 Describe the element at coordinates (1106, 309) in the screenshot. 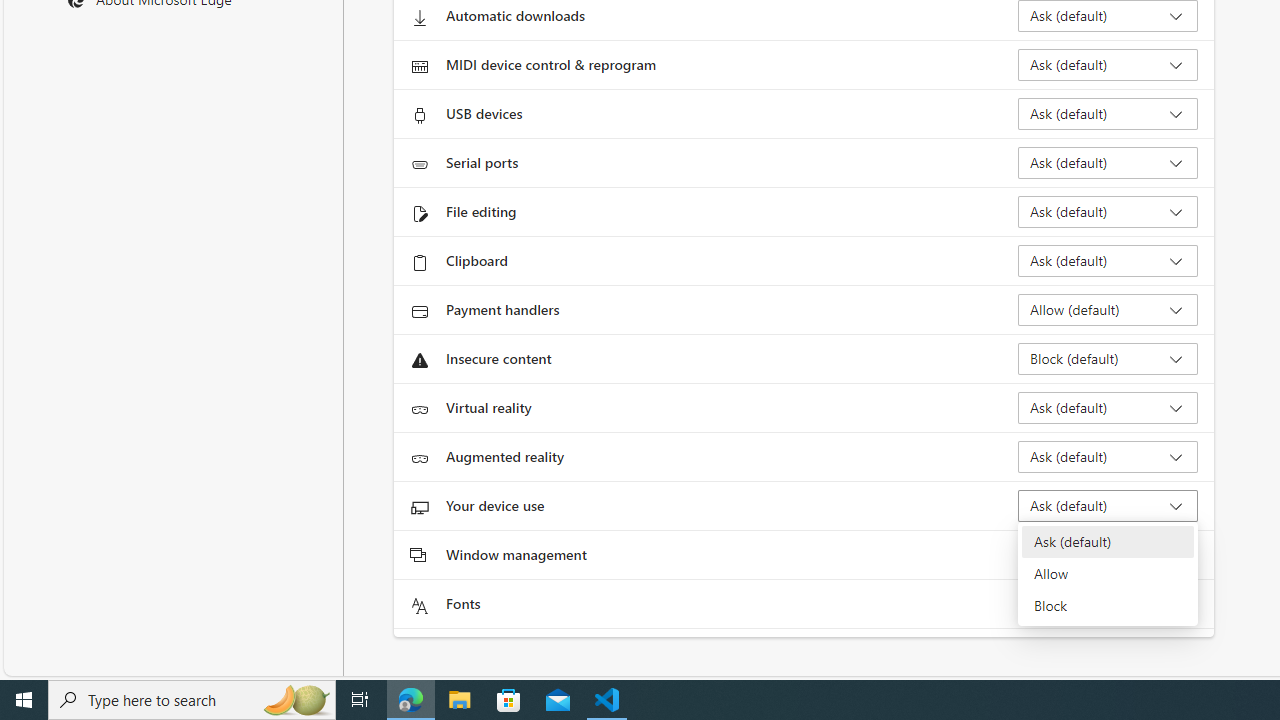

I see `'Payment handlers Allow (default)'` at that location.